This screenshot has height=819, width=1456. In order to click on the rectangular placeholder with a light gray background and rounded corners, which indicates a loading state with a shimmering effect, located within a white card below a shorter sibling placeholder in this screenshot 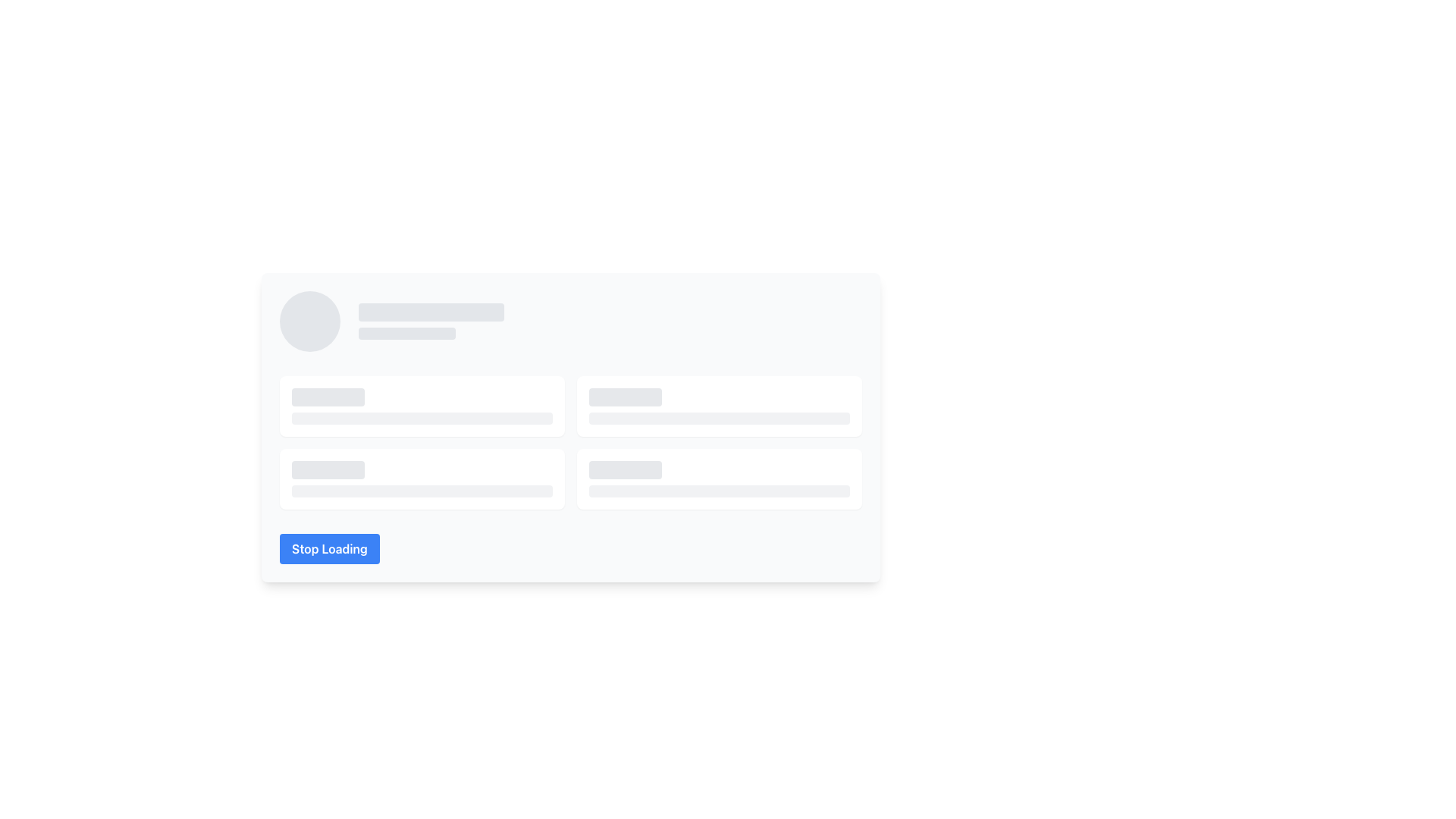, I will do `click(422, 491)`.